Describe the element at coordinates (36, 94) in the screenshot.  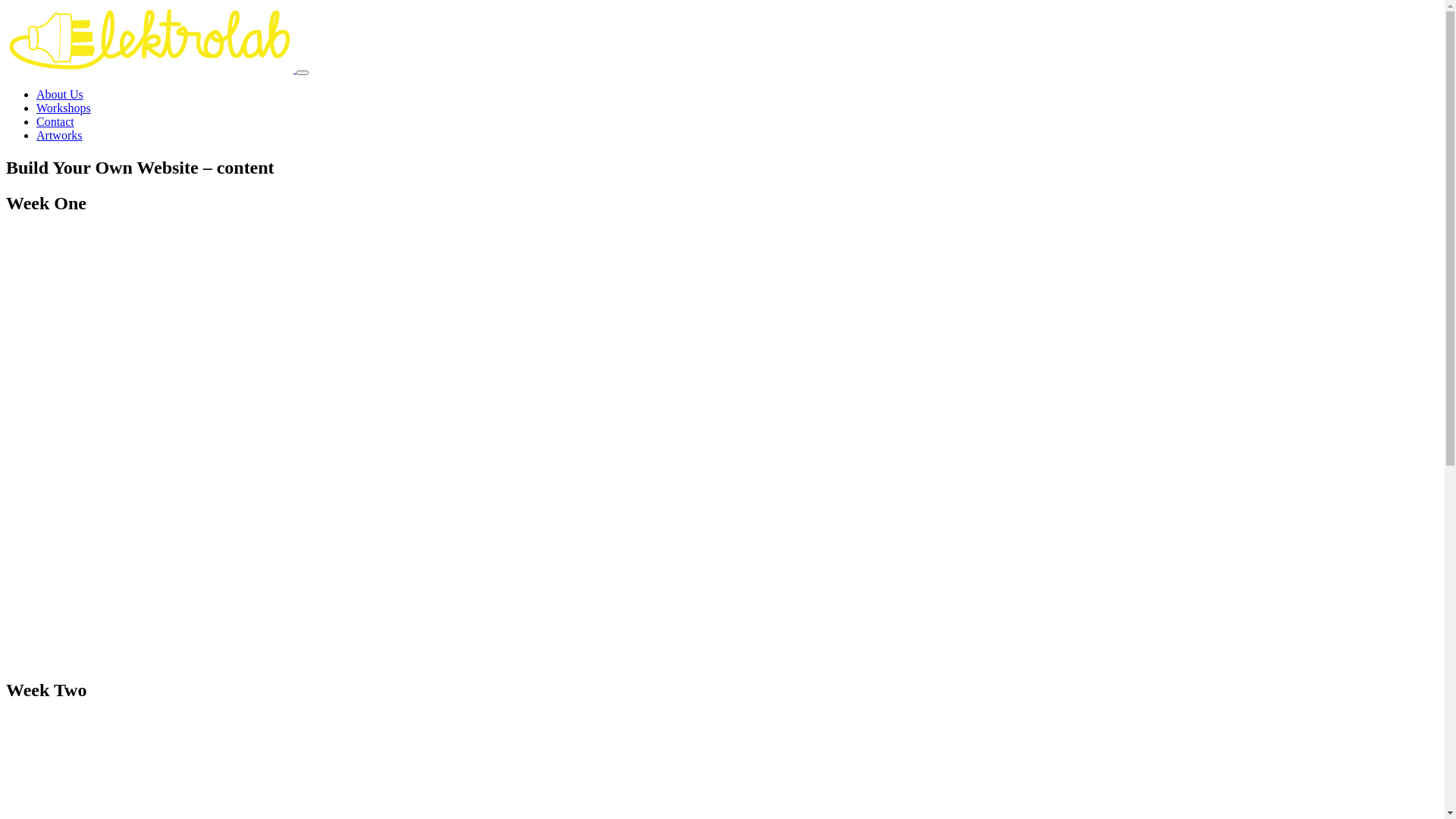
I see `'About Us'` at that location.